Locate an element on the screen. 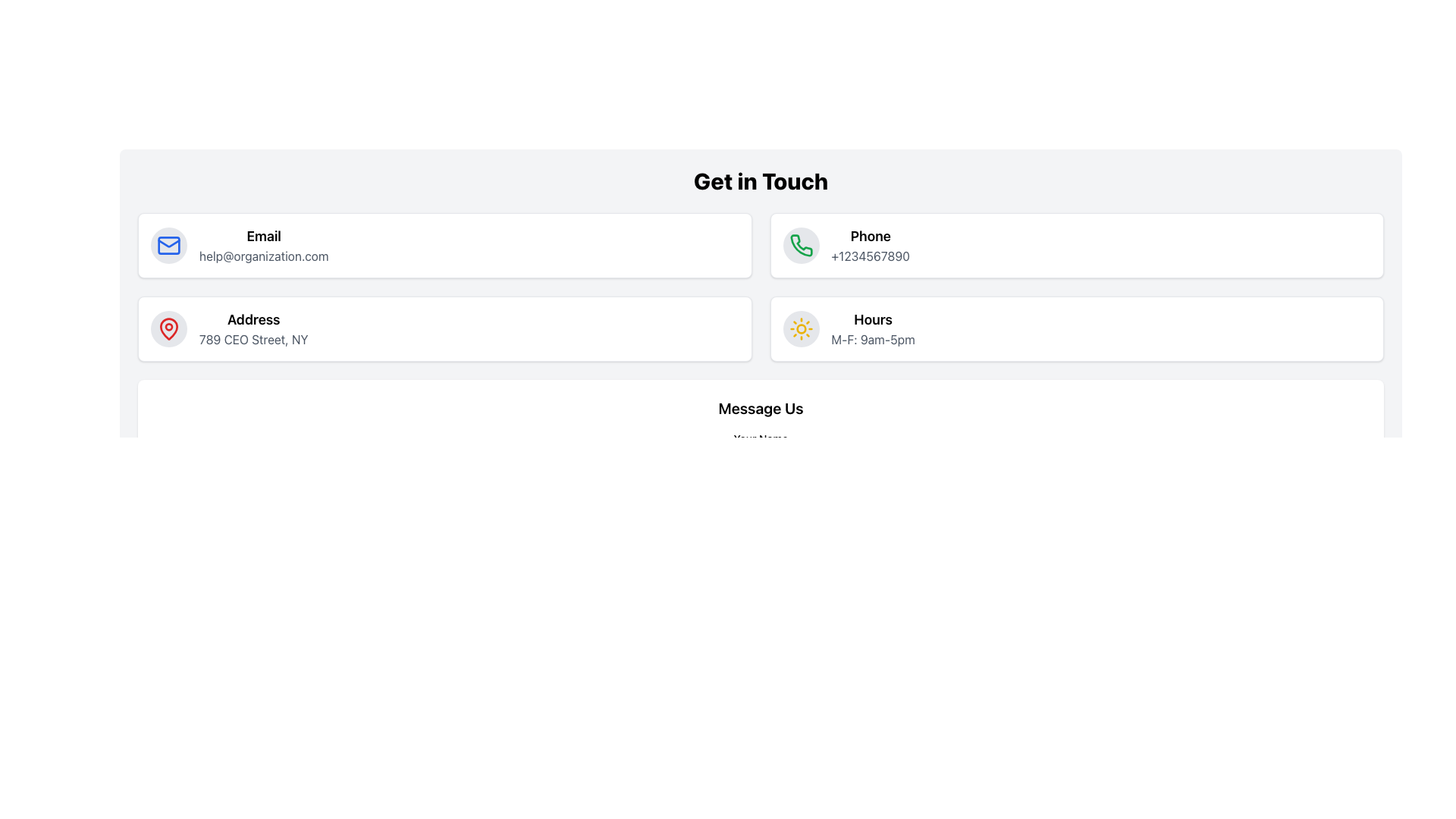 This screenshot has height=819, width=1456. the contact phone number display located in the right-hand section of the 'Get in Touch' panel, next to the green phone icon and under the header text is located at coordinates (871, 245).